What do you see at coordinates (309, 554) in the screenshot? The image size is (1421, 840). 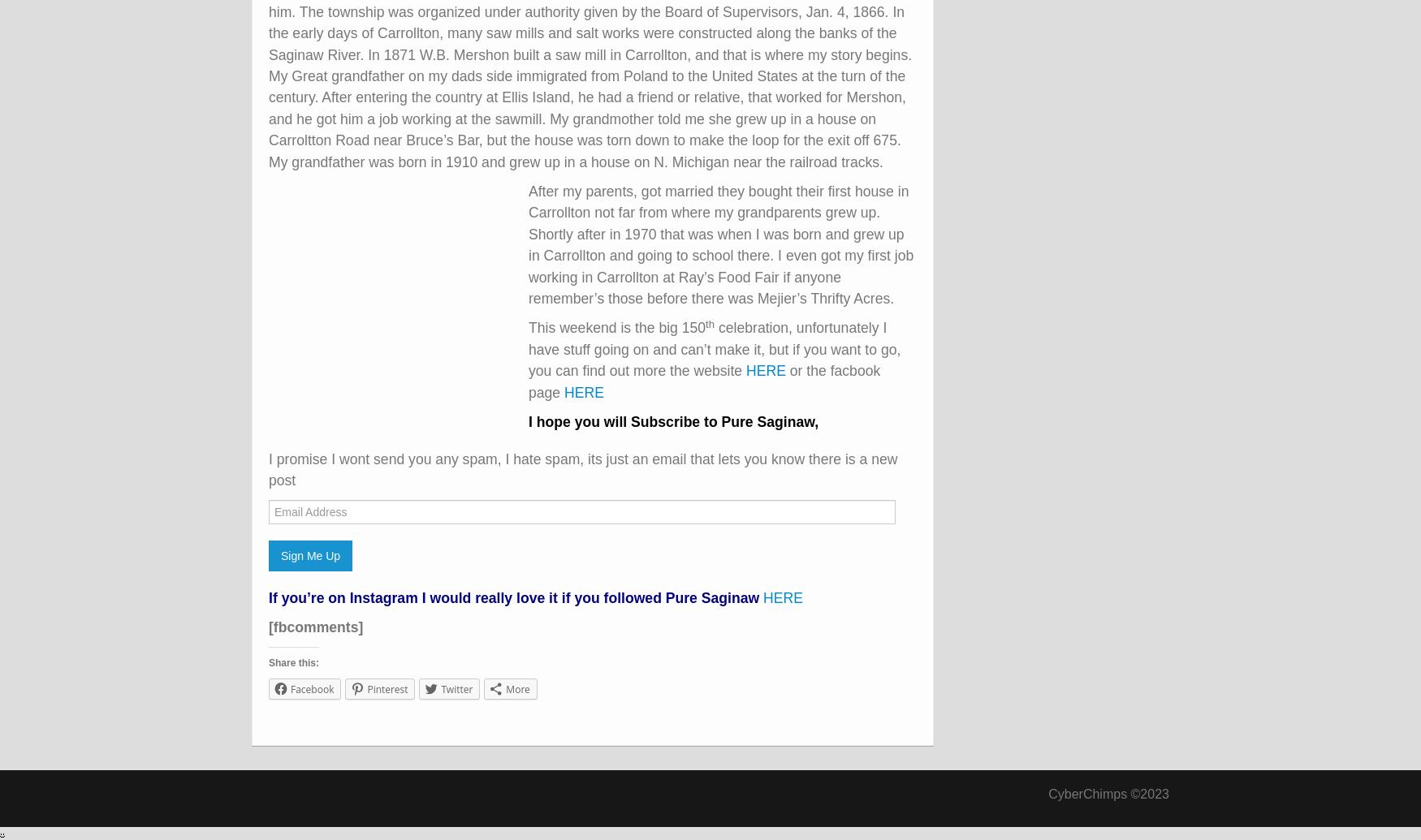 I see `'Sign Me Up'` at bounding box center [309, 554].